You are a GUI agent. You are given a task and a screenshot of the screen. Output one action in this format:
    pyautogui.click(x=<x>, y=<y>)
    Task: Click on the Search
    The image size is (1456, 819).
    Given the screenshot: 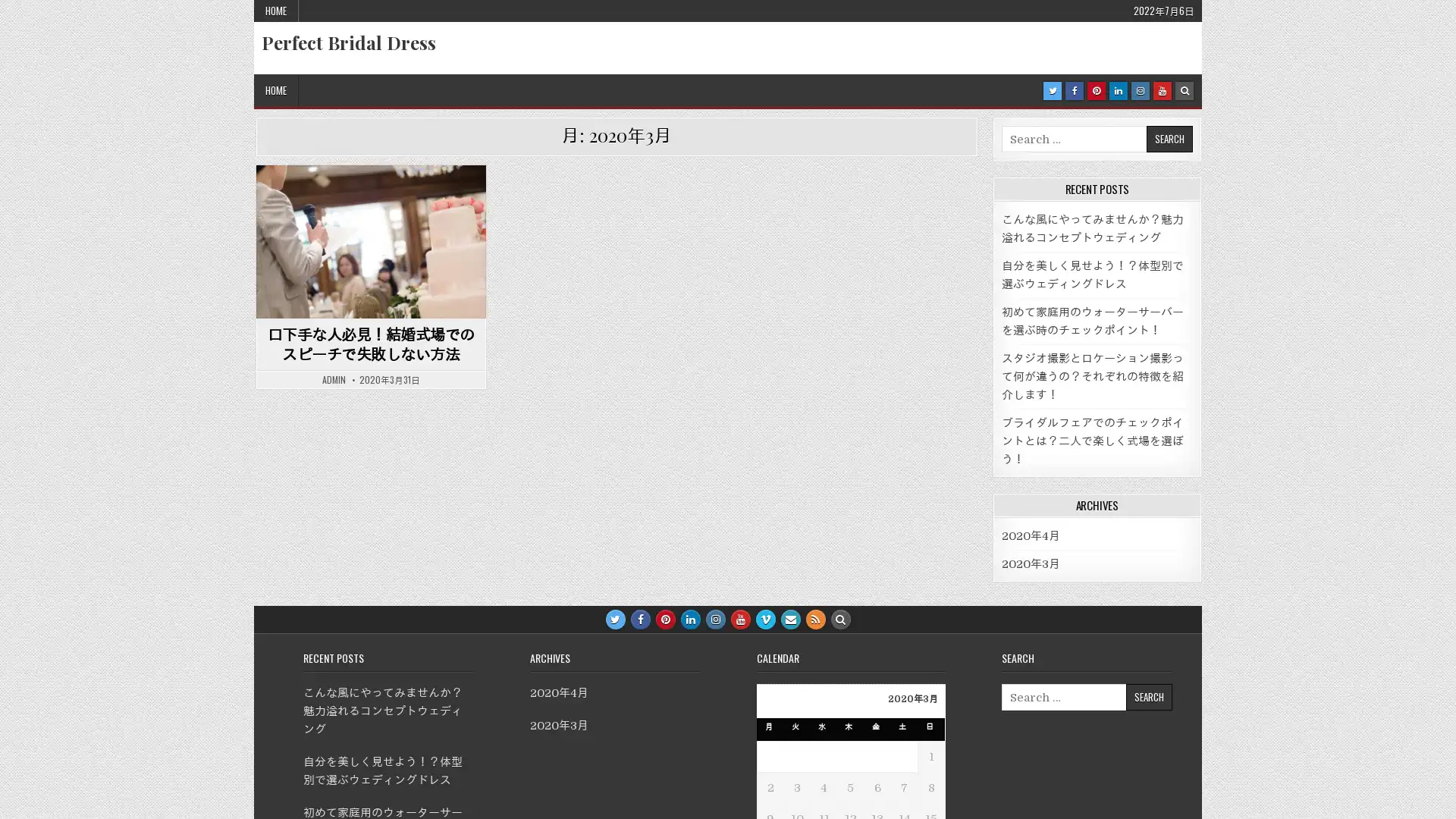 What is the action you would take?
    pyautogui.click(x=1148, y=697)
    